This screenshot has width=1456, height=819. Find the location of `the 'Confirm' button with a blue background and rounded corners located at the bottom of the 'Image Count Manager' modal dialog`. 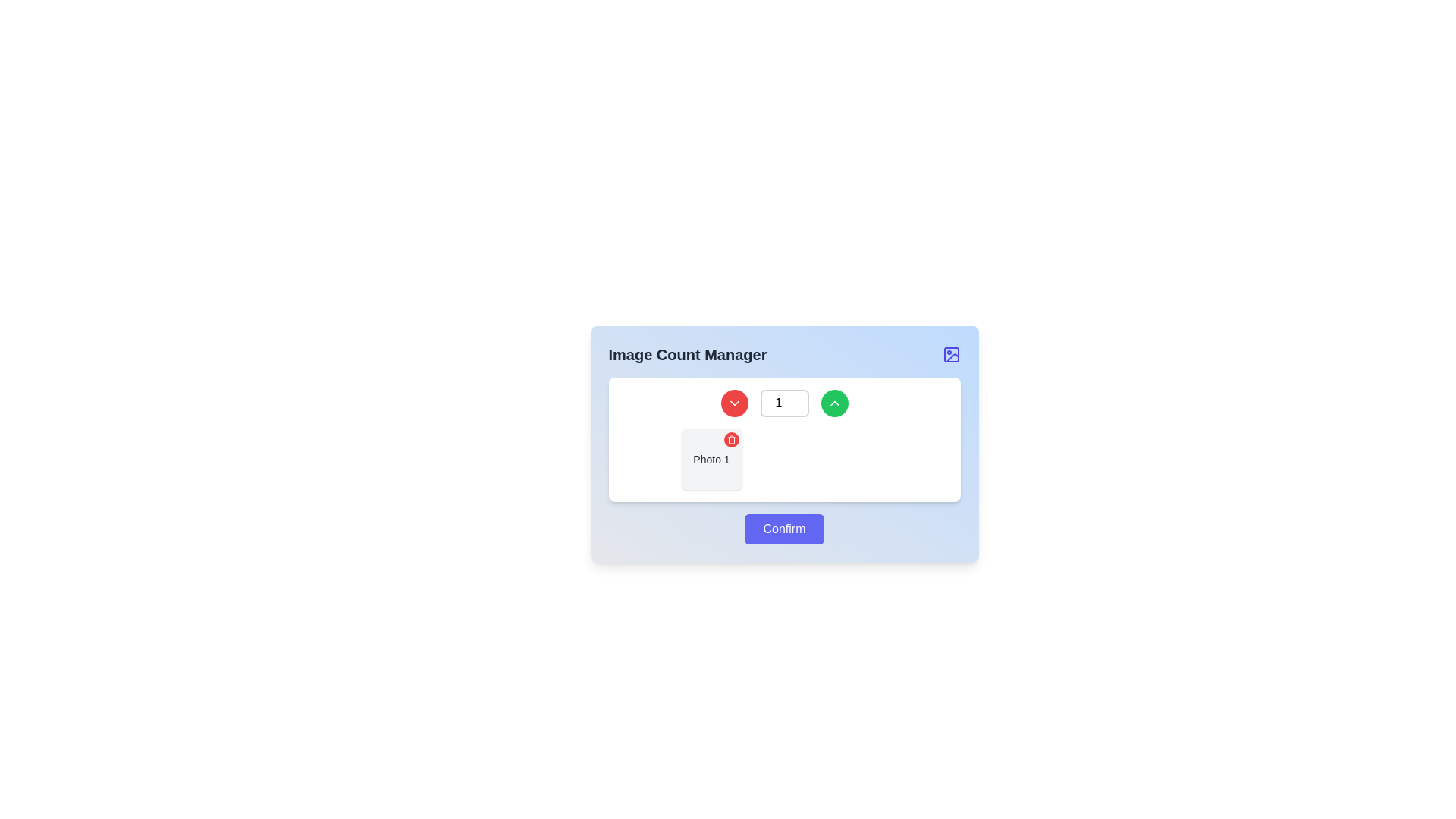

the 'Confirm' button with a blue background and rounded corners located at the bottom of the 'Image Count Manager' modal dialog is located at coordinates (783, 529).